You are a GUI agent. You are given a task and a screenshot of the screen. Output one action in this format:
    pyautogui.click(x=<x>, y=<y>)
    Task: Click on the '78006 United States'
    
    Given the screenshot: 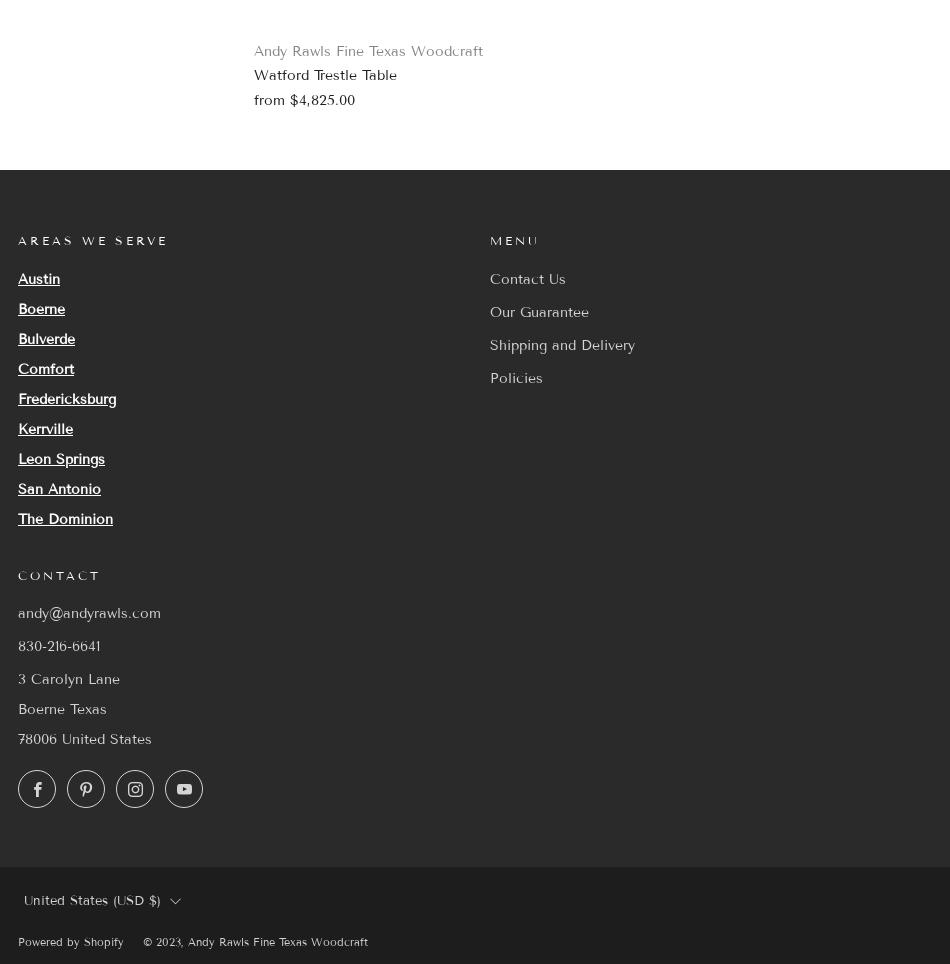 What is the action you would take?
    pyautogui.click(x=17, y=738)
    